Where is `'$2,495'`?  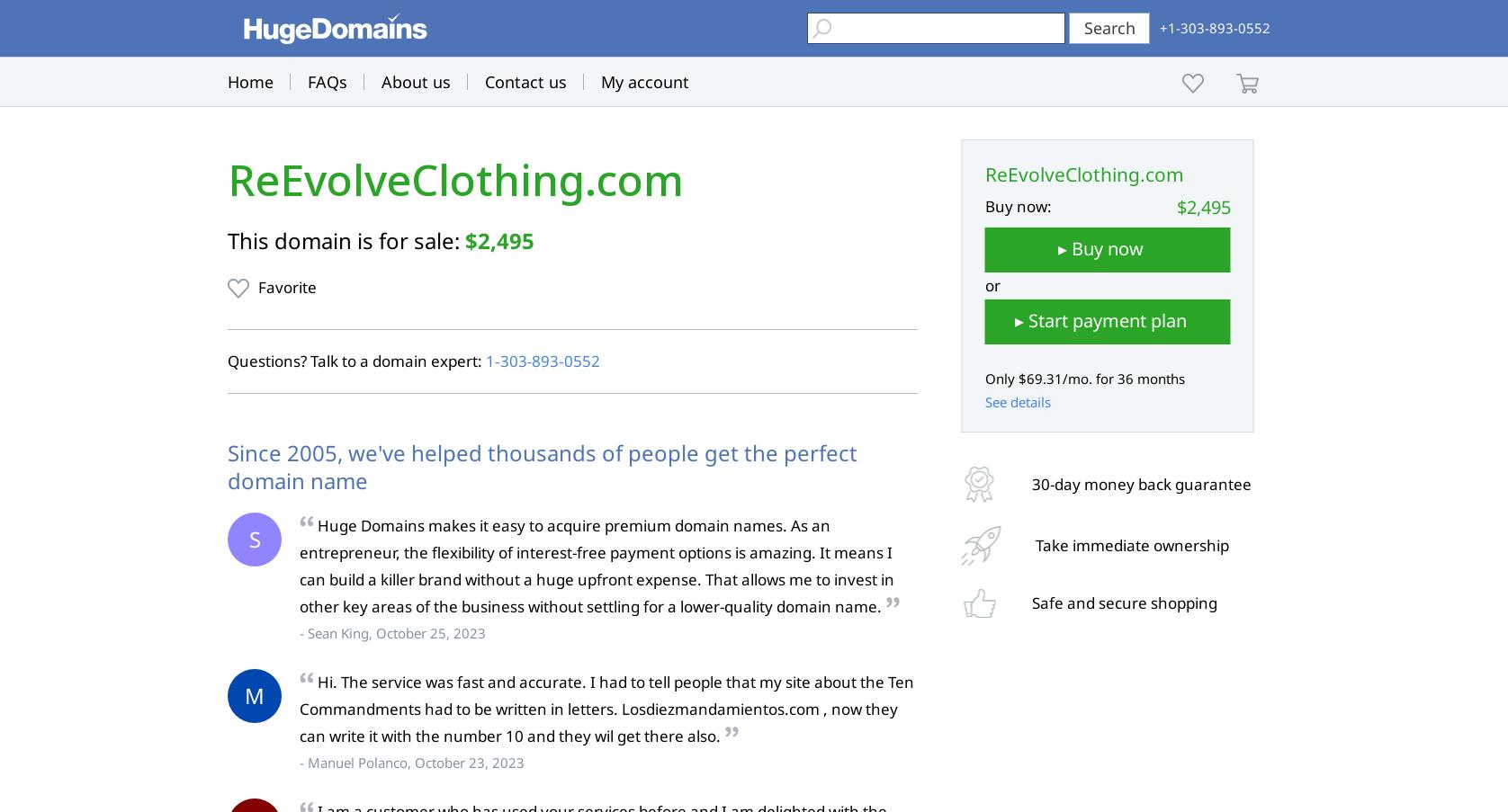 '$2,495' is located at coordinates (499, 239).